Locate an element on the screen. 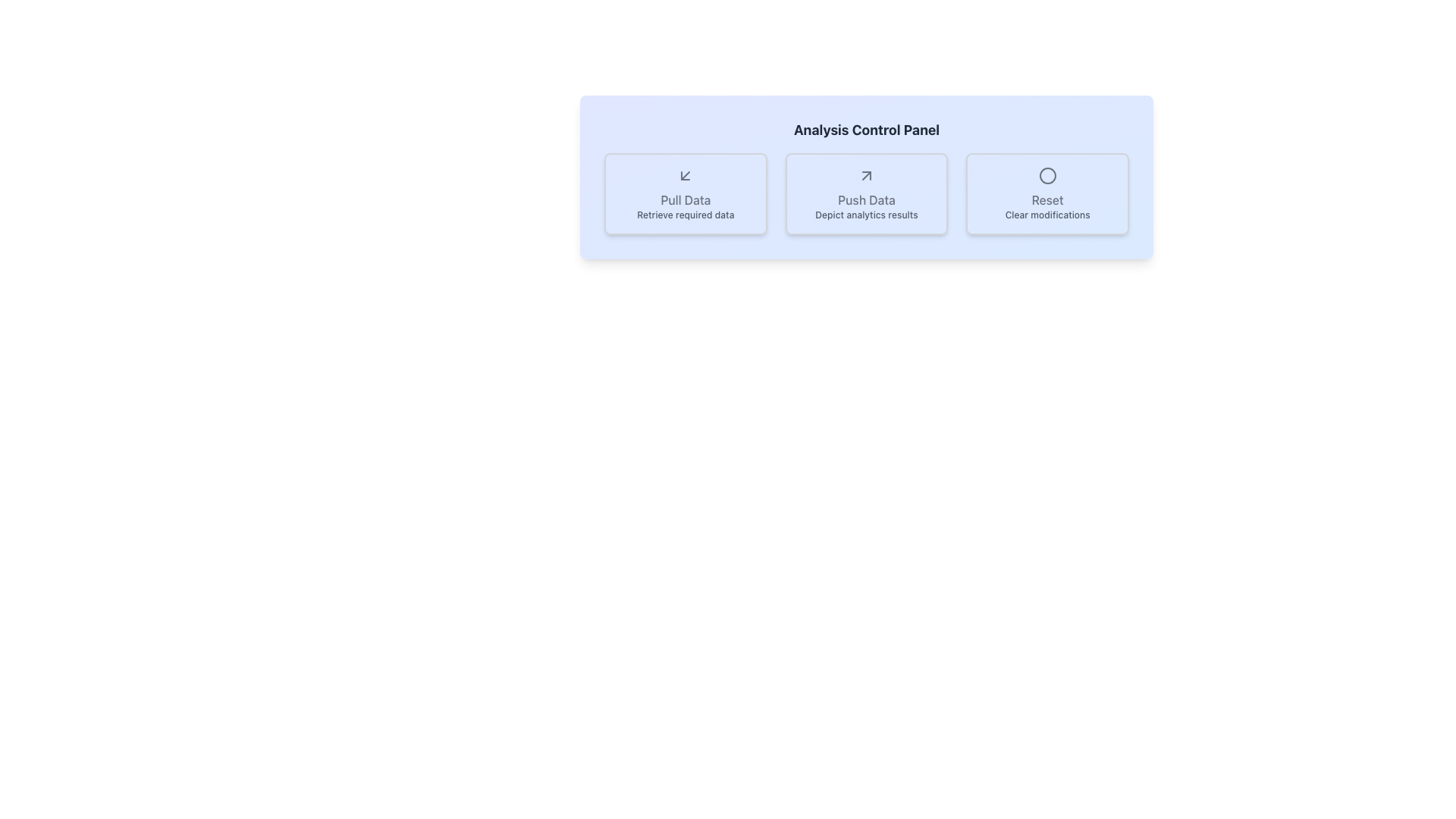  the central button in the 'Analysis Control Panel' is located at coordinates (866, 193).